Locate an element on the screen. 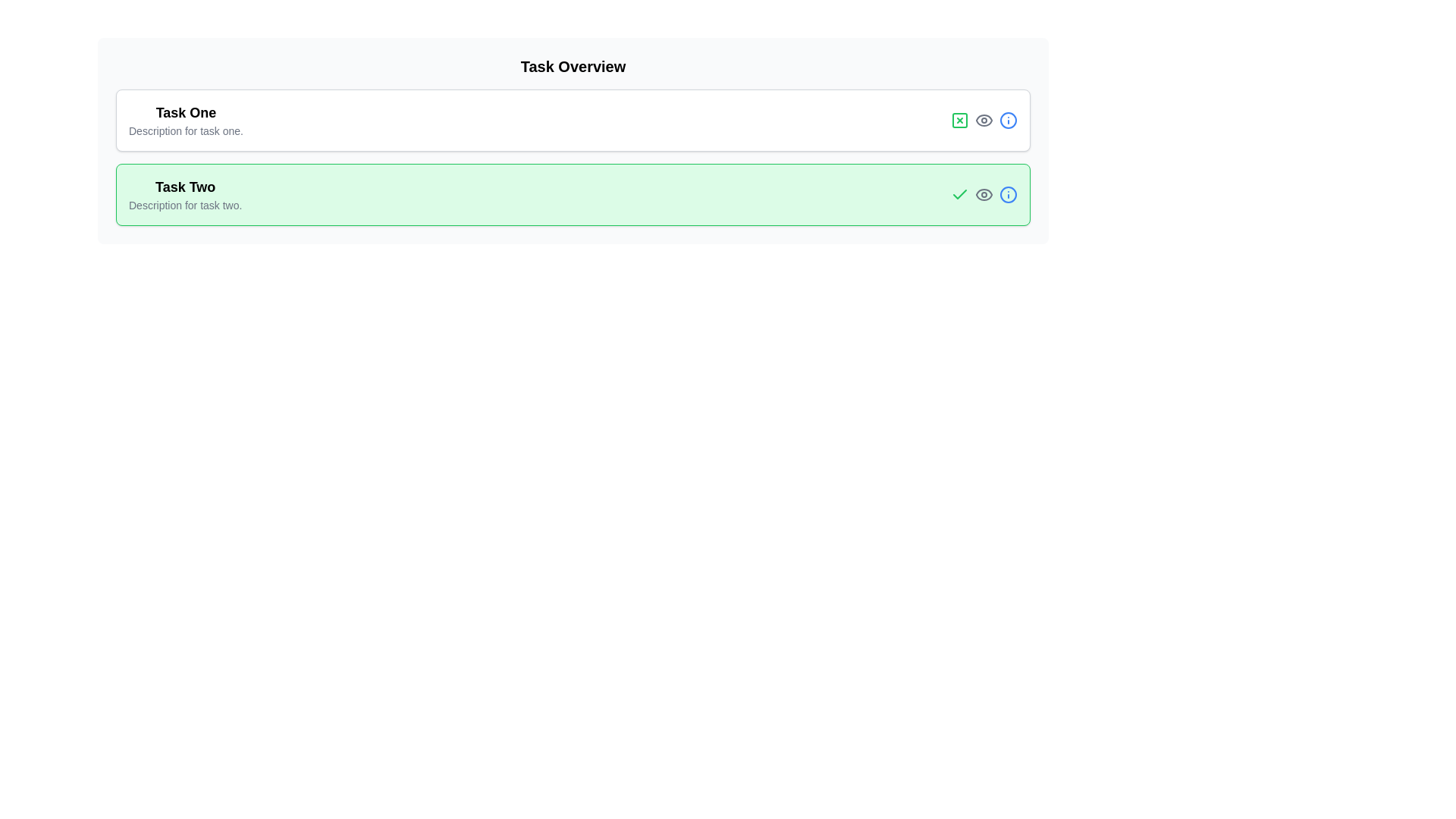 Image resolution: width=1456 pixels, height=819 pixels. the eye-shaped icon button, which is the third element from the left in the upper task list interface, representing visibility functionalities is located at coordinates (984, 119).